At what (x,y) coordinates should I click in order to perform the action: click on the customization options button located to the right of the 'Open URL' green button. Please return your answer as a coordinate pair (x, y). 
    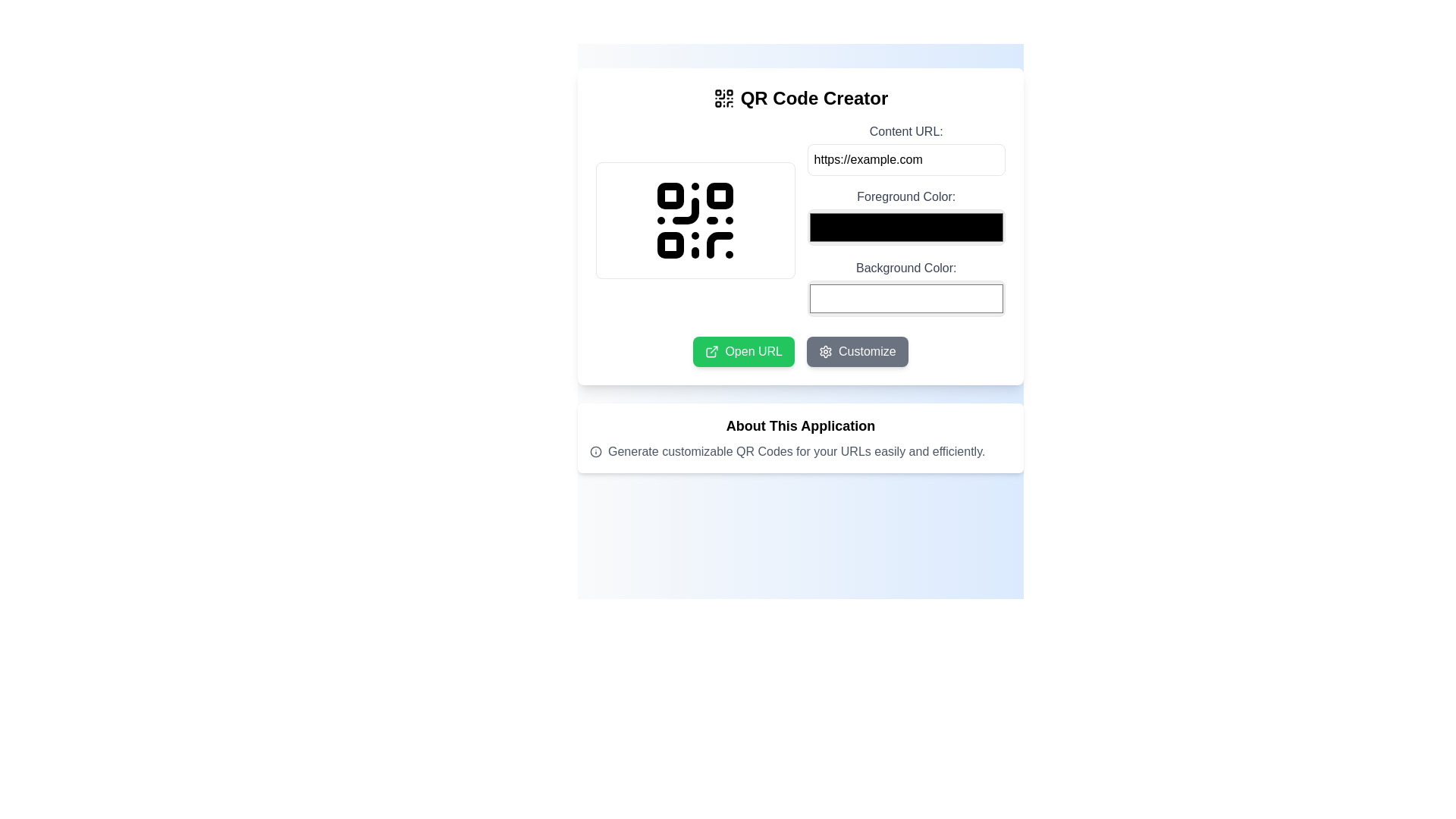
    Looking at the image, I should click on (857, 351).